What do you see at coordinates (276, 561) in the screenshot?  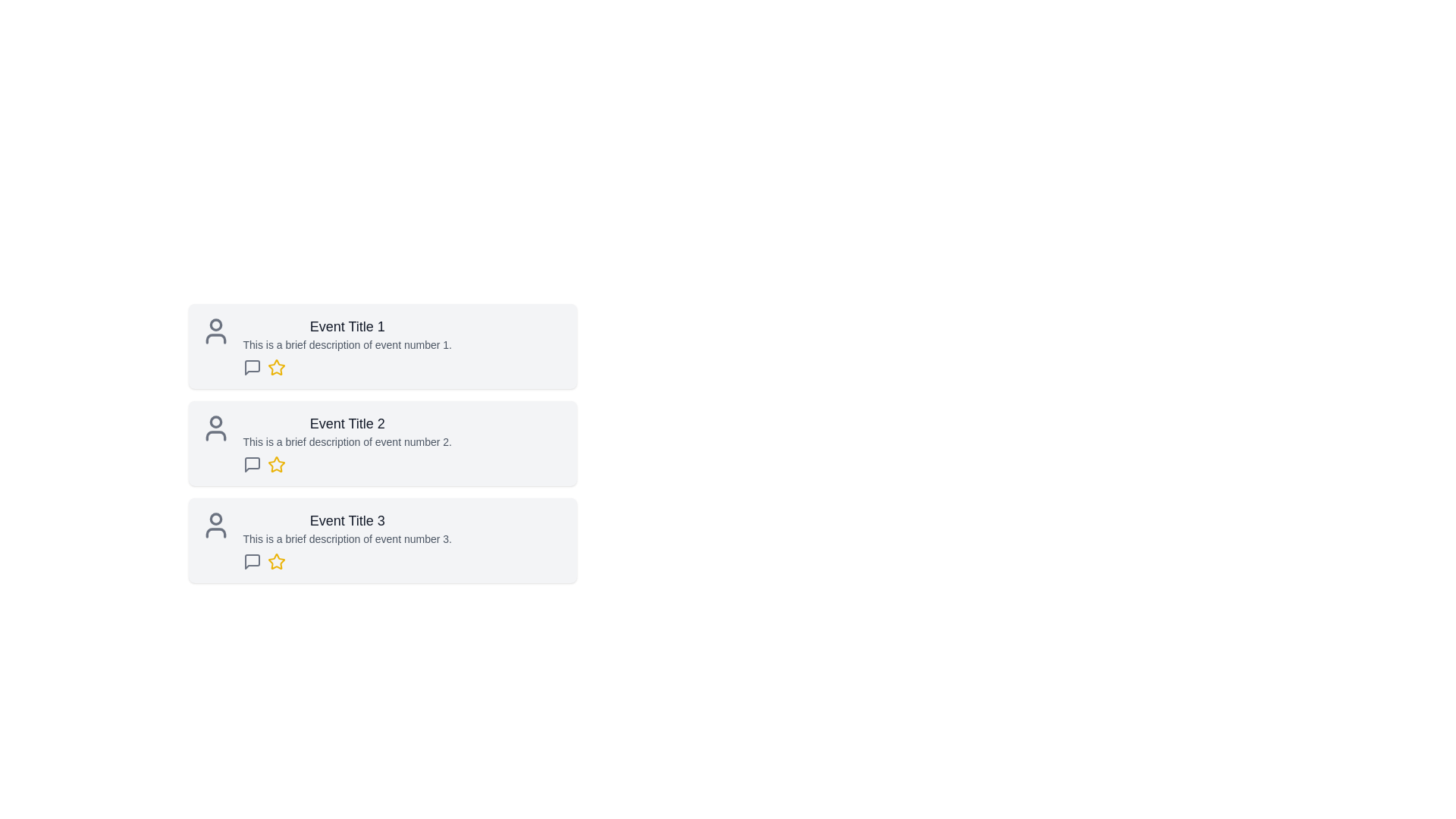 I see `the yellow star-shaped icon located at the bottom-right of the third event card` at bounding box center [276, 561].